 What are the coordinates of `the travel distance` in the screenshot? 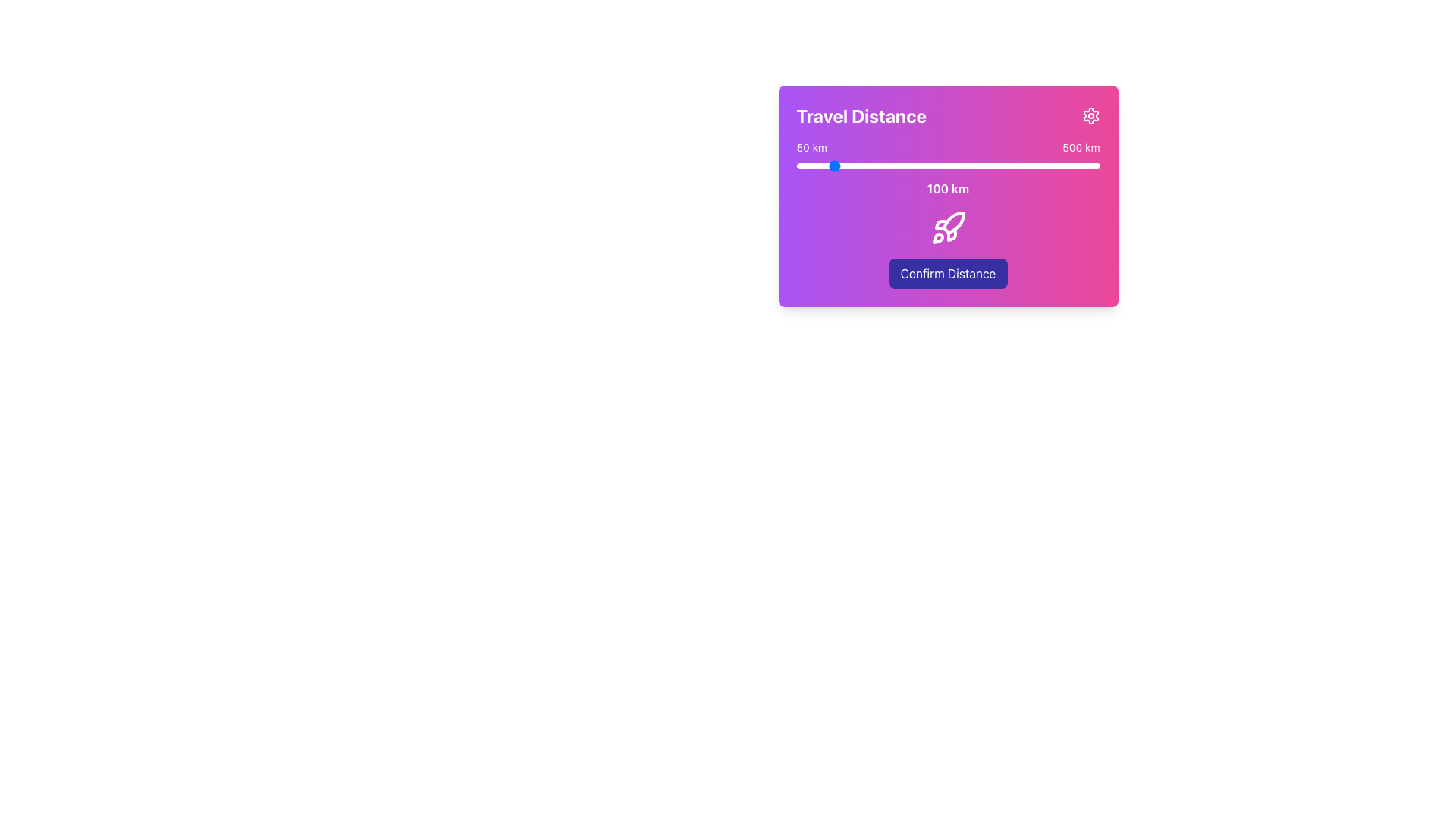 It's located at (898, 166).